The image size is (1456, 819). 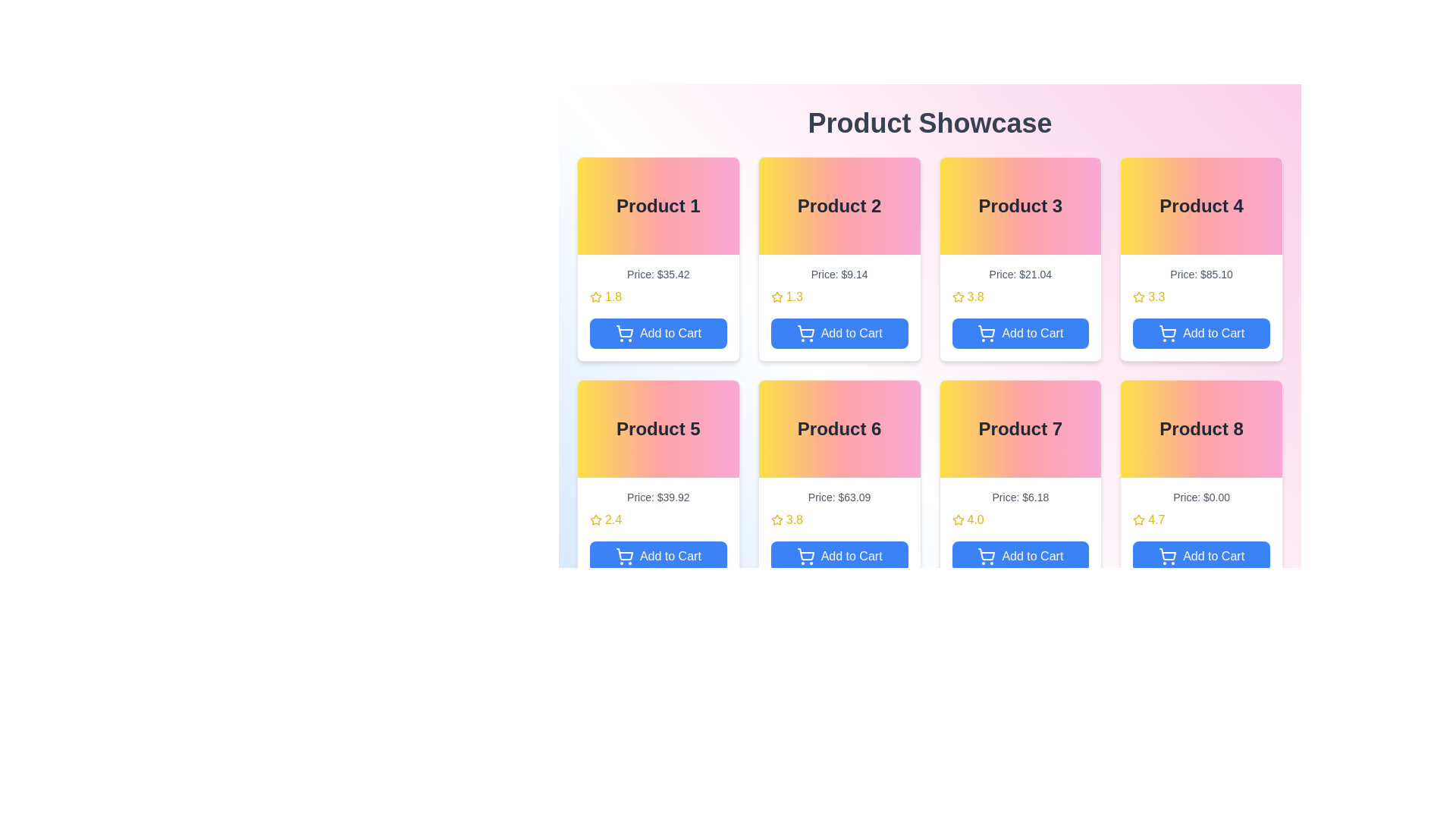 I want to click on the shopping cart icon located within the 'Add to Cart' button under the 'Product 5' card, so click(x=625, y=554).